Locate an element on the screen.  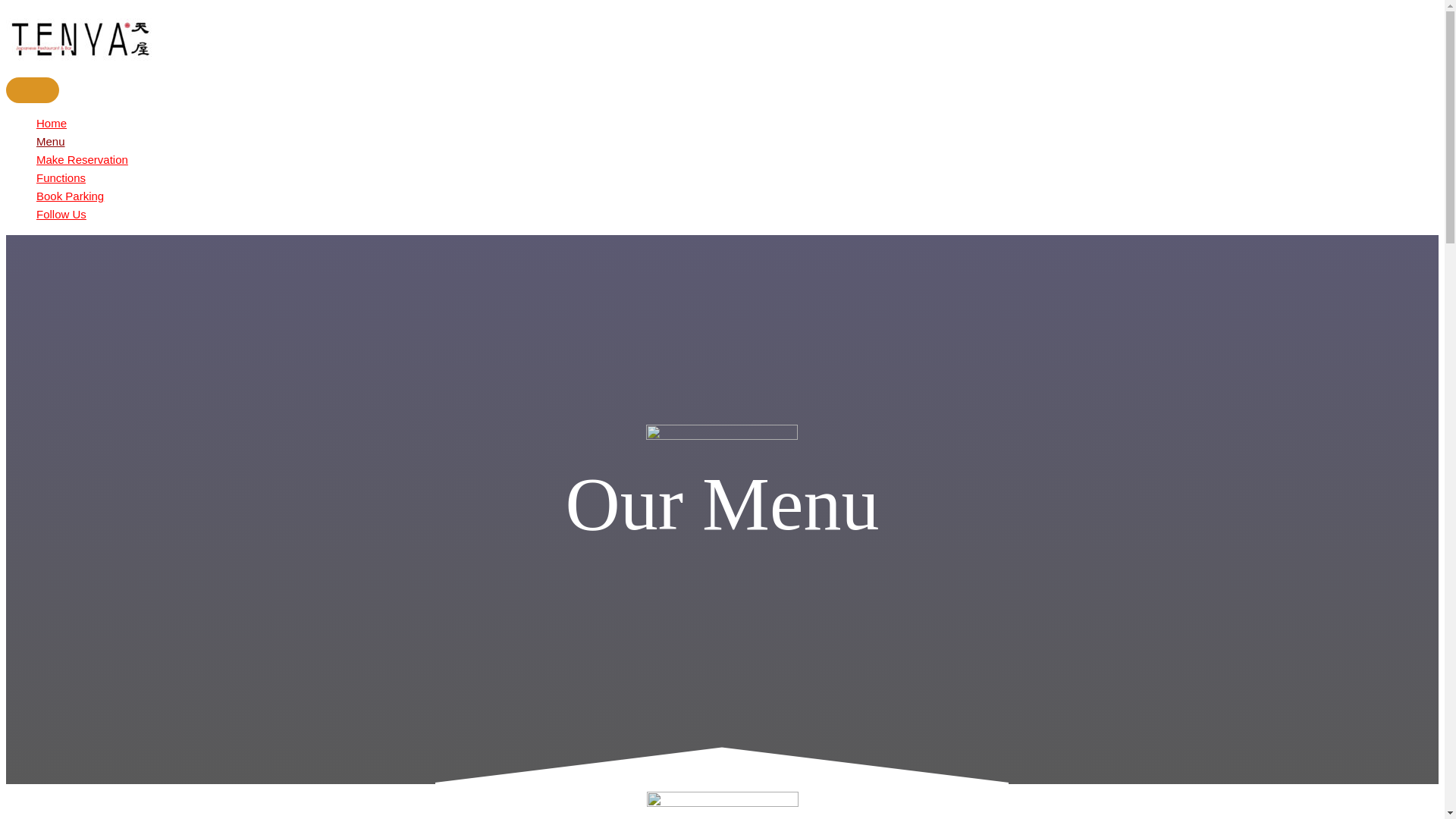
'Make Reservation' is located at coordinates (491, 160).